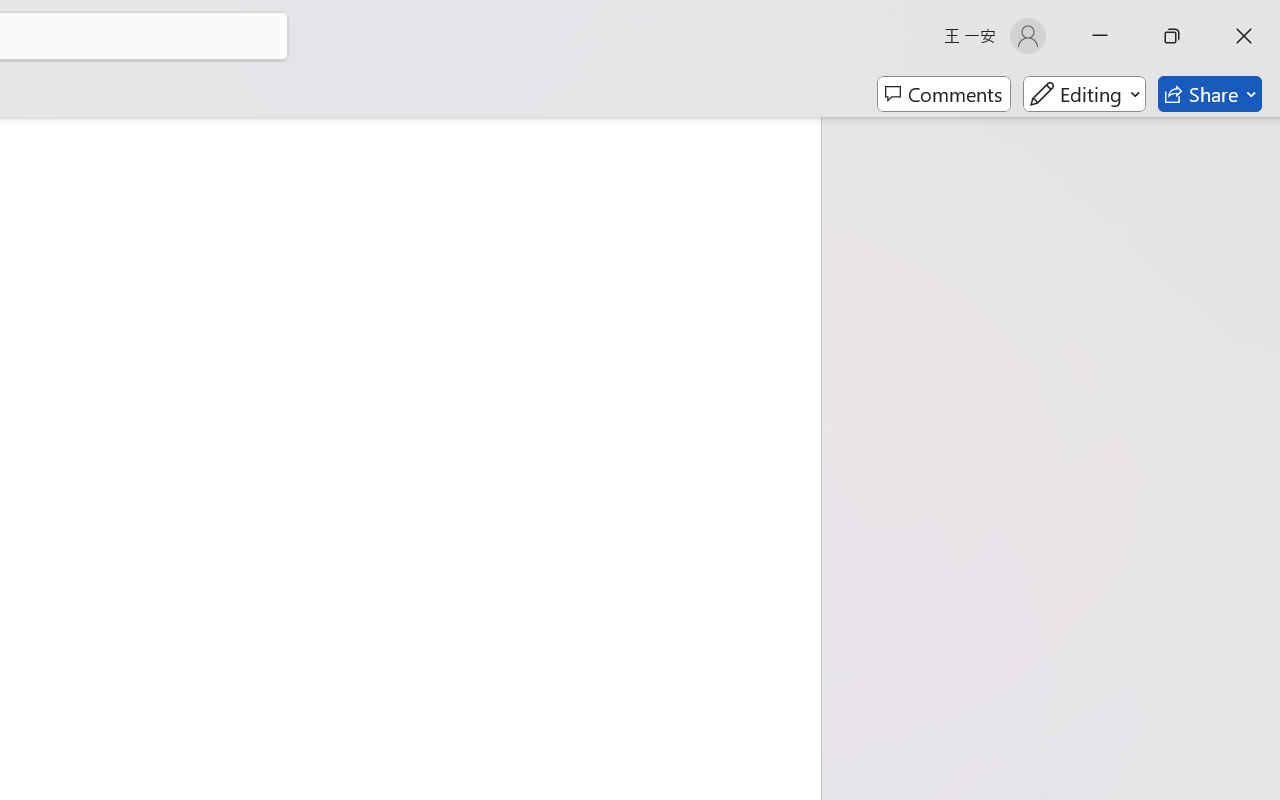 The image size is (1280, 800). What do you see at coordinates (1243, 35) in the screenshot?
I see `'Close'` at bounding box center [1243, 35].